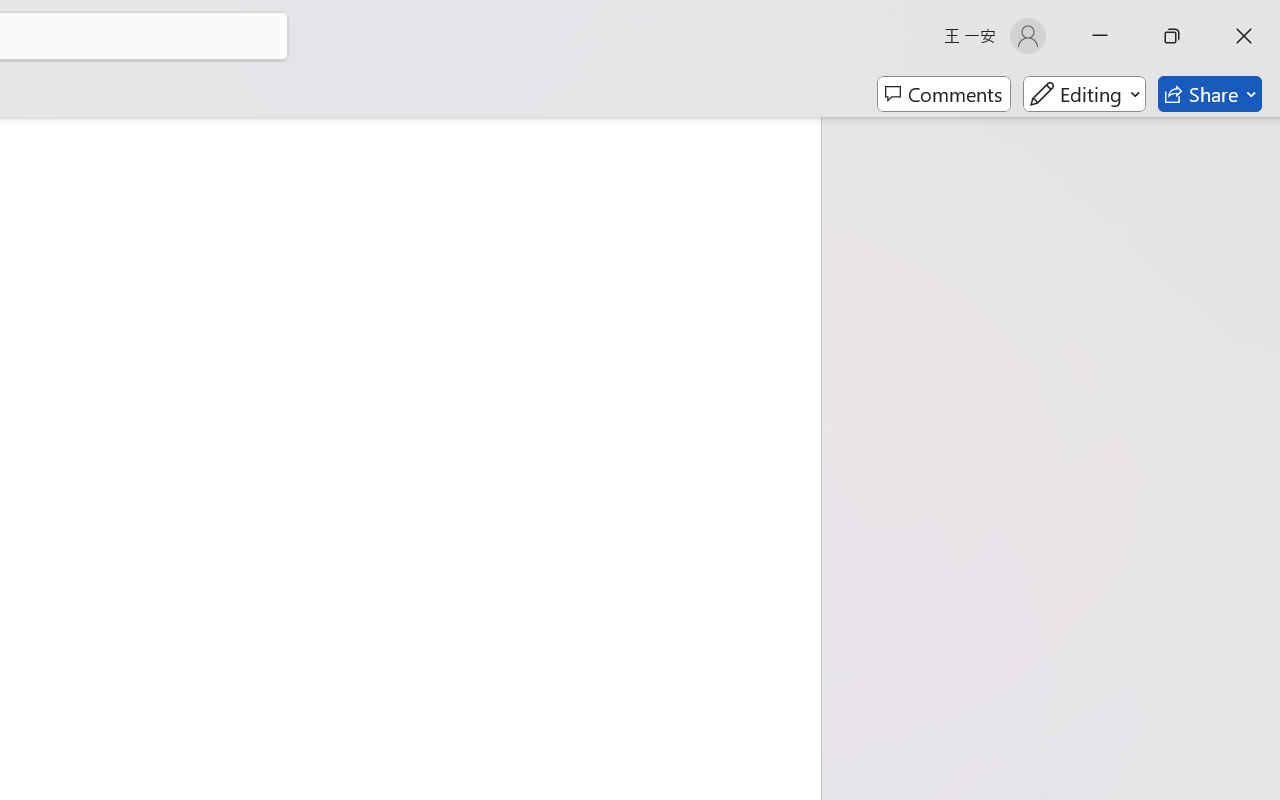 The image size is (1280, 800). What do you see at coordinates (1243, 35) in the screenshot?
I see `'Close'` at bounding box center [1243, 35].